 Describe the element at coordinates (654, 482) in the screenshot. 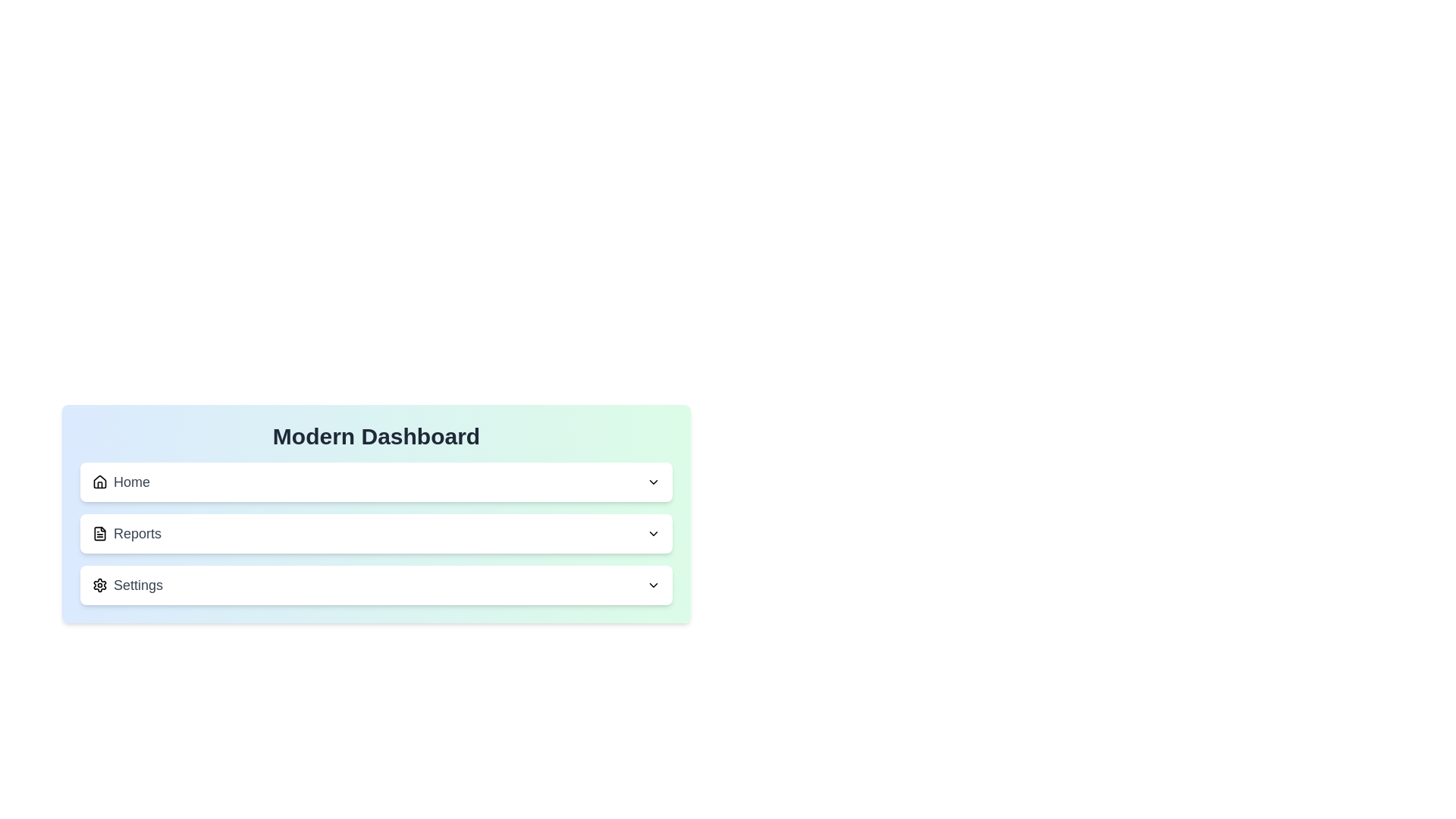

I see `the small, downward-pointing chevron icon located beside the text 'Home'` at that location.